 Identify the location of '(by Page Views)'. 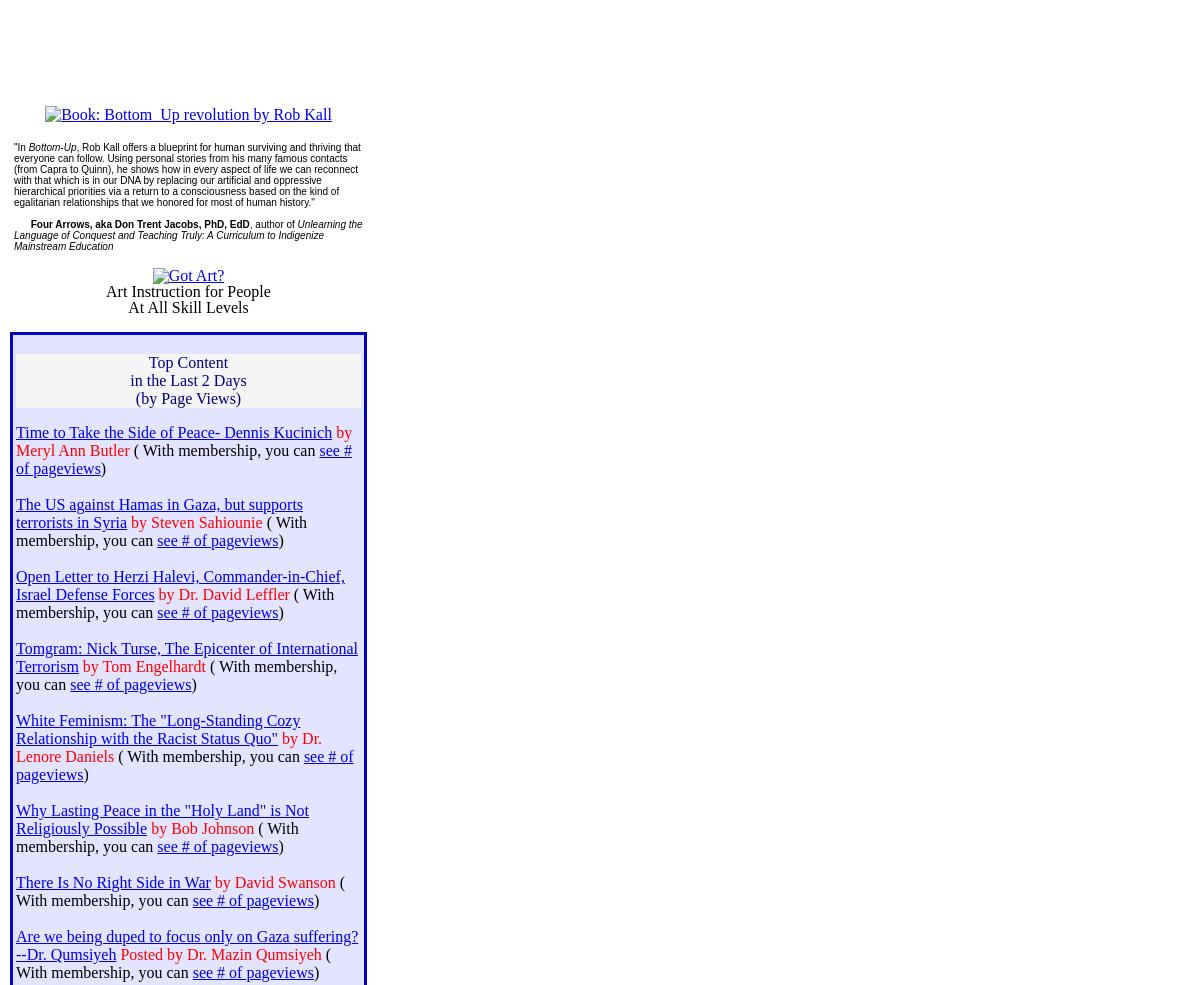
(186, 397).